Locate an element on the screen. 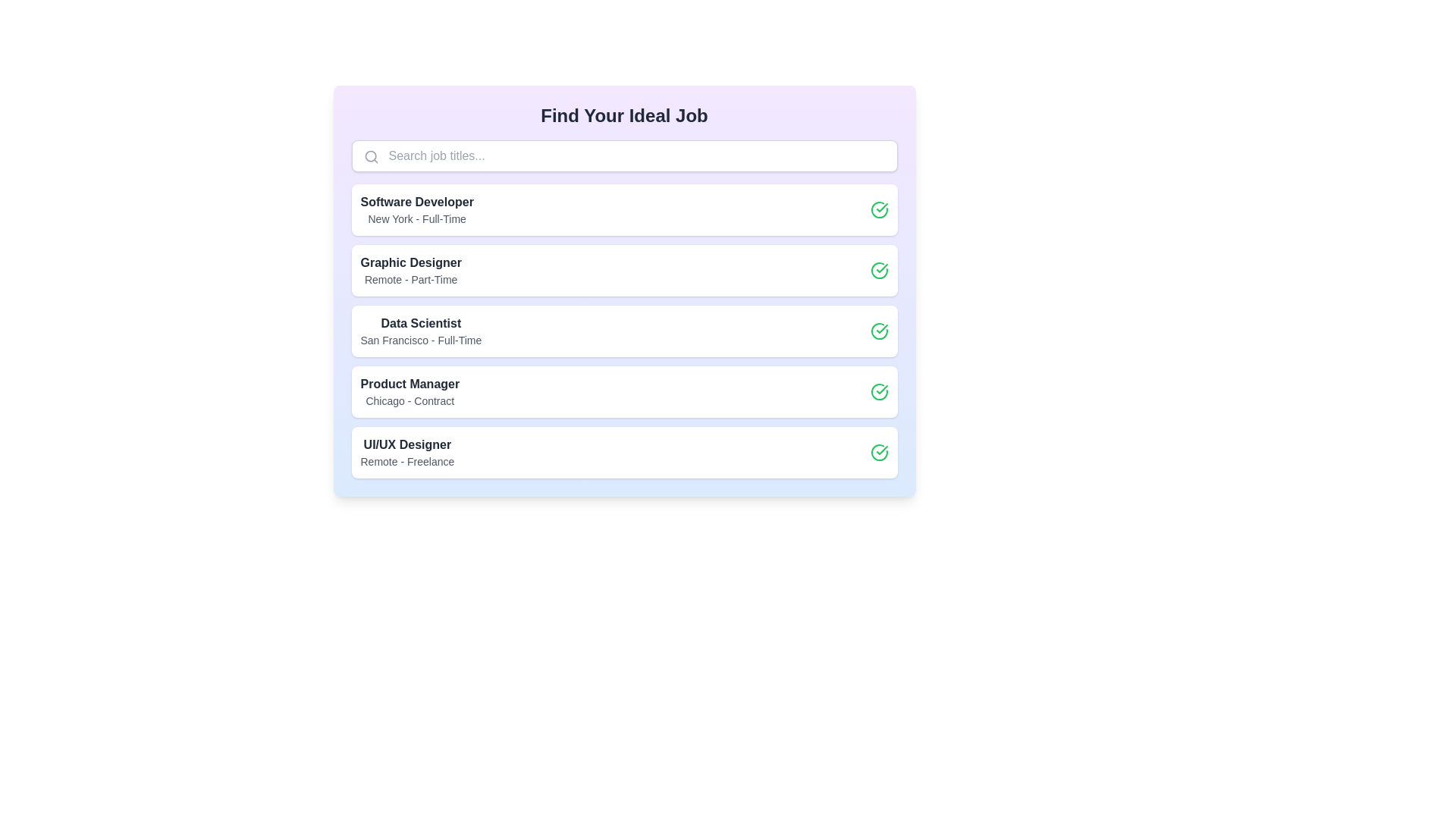 The image size is (1456, 819). the magnifying glass icon, which represents the search function is located at coordinates (371, 157).